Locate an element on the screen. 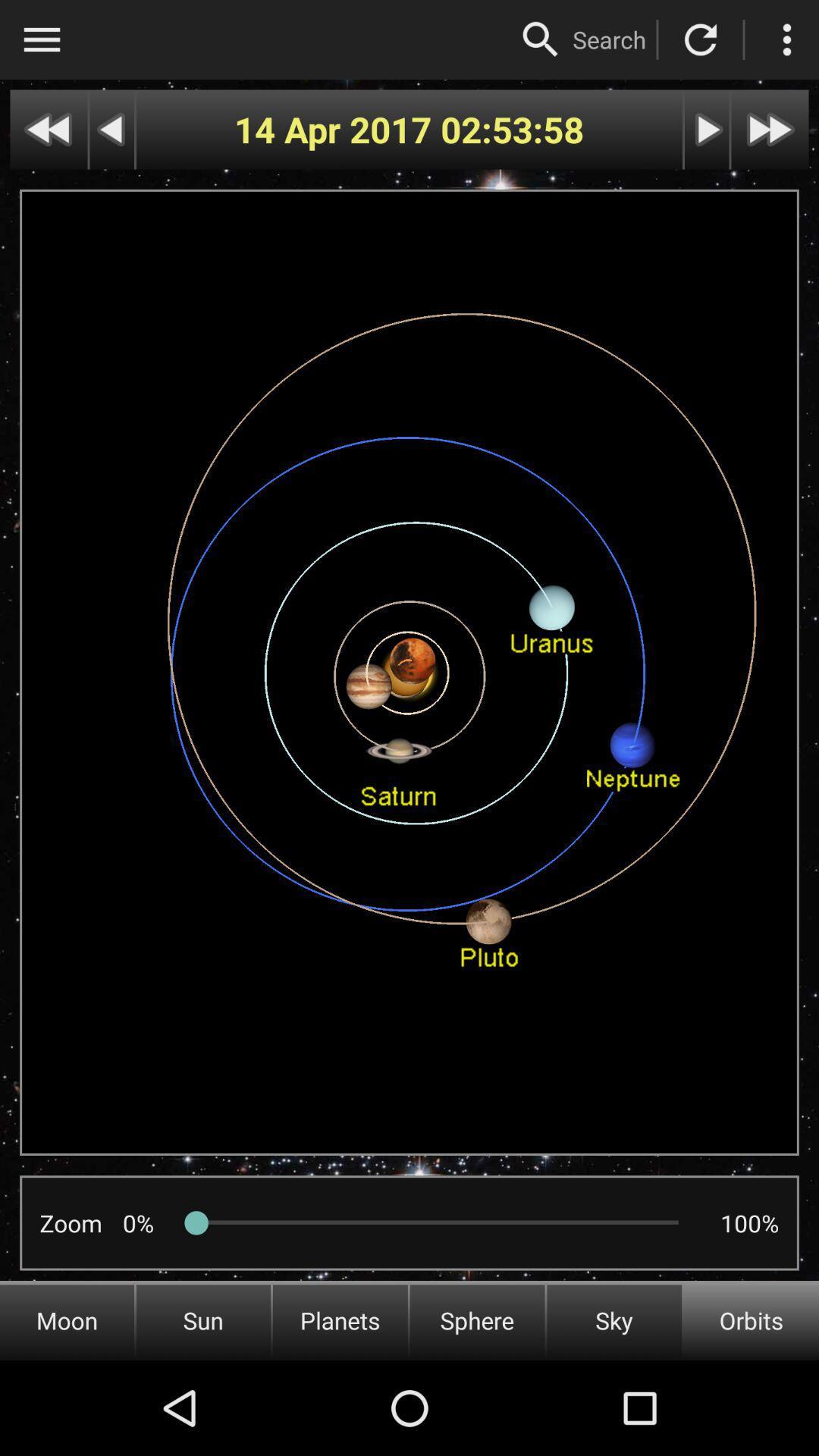  the play icon is located at coordinates (707, 130).